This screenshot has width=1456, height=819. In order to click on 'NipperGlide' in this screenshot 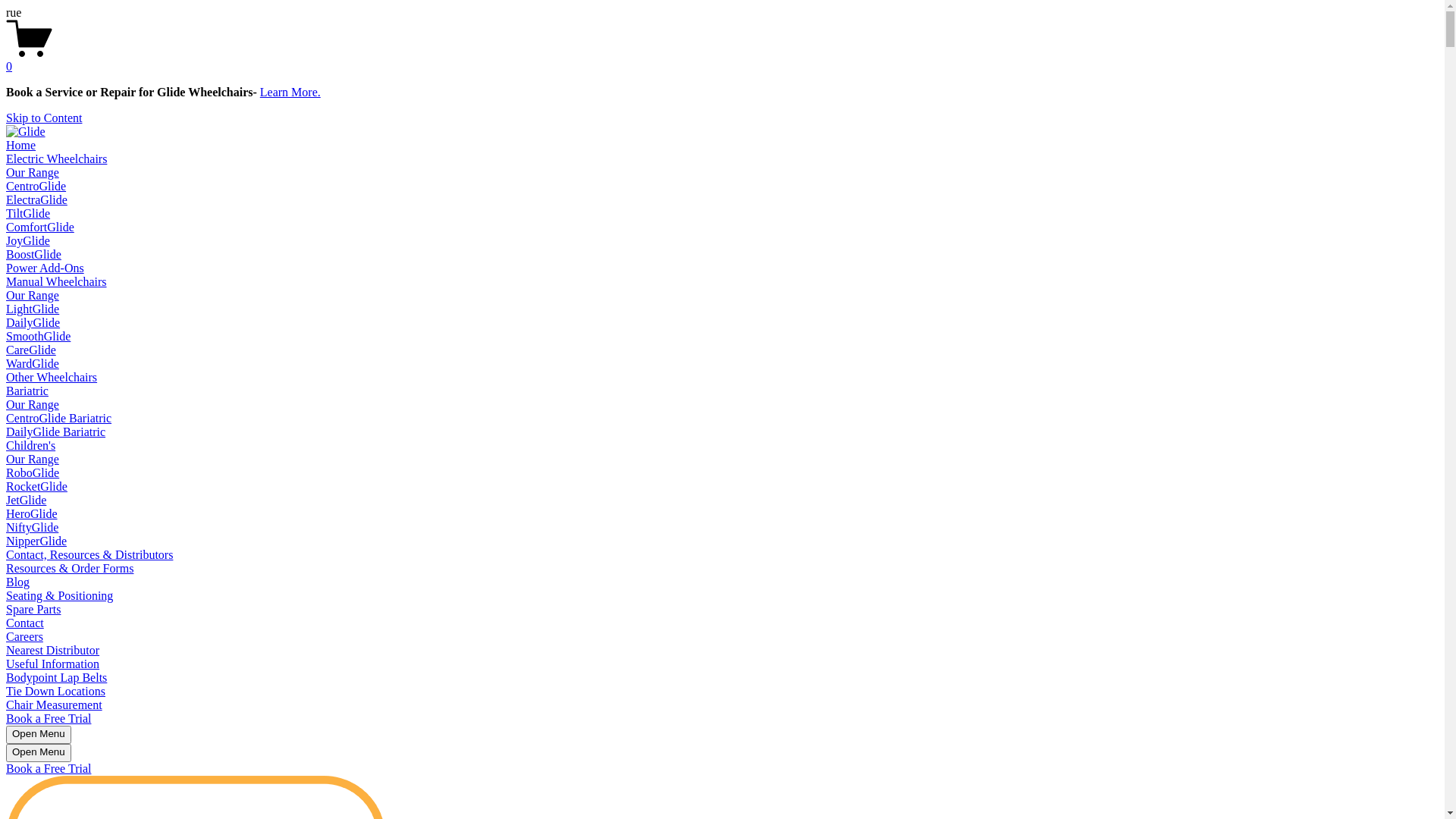, I will do `click(36, 540)`.